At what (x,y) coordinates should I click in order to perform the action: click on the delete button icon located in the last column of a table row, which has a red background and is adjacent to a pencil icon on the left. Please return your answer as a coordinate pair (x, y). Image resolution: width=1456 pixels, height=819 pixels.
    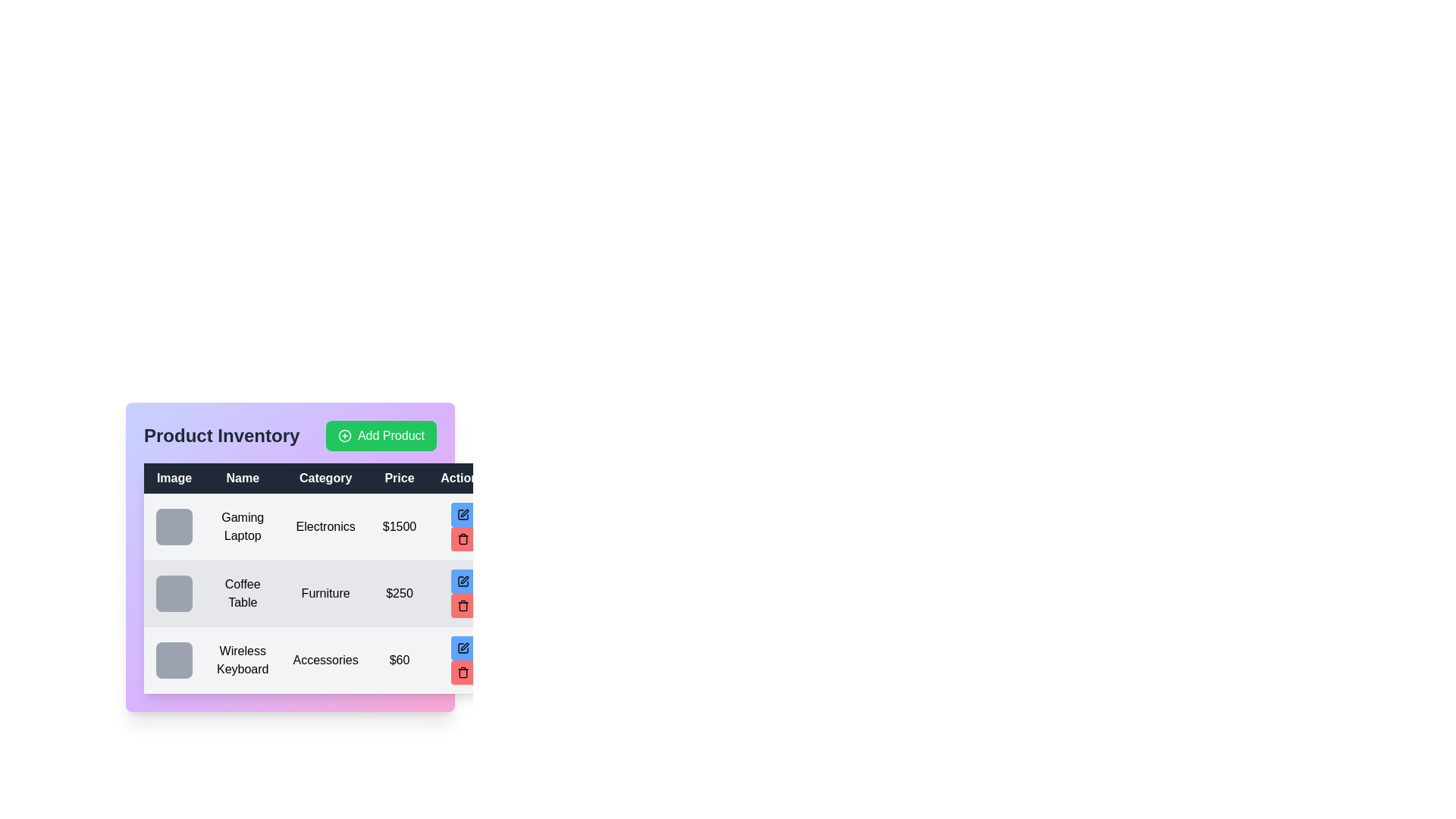
    Looking at the image, I should click on (462, 604).